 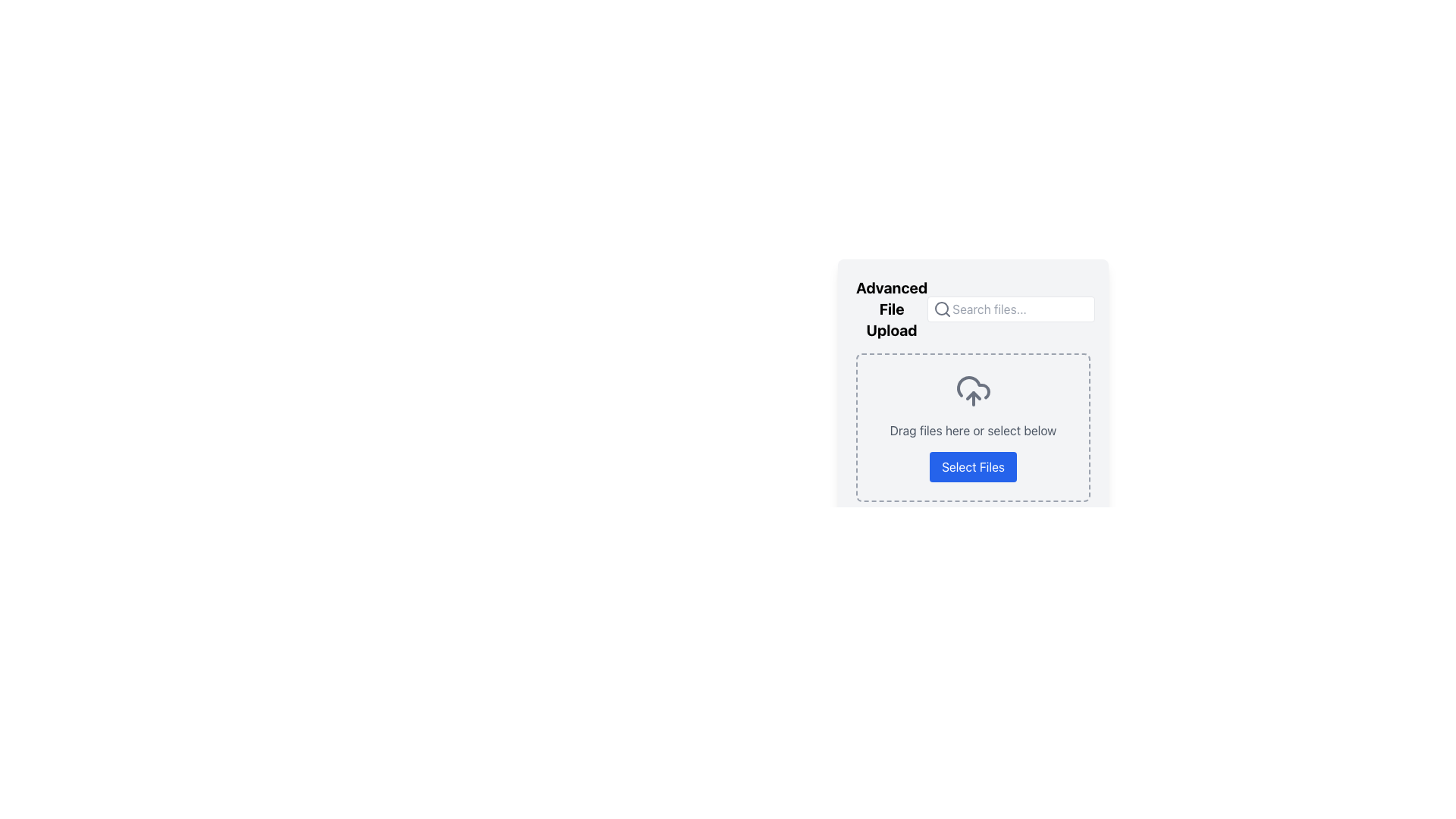 What do you see at coordinates (973, 394) in the screenshot?
I see `the Icon (Arrow within a cloud symbol) that is located at the bottom part of the cloud icon, which is centrally positioned within a dashed border box labeled 'Drag files here or select below'` at bounding box center [973, 394].